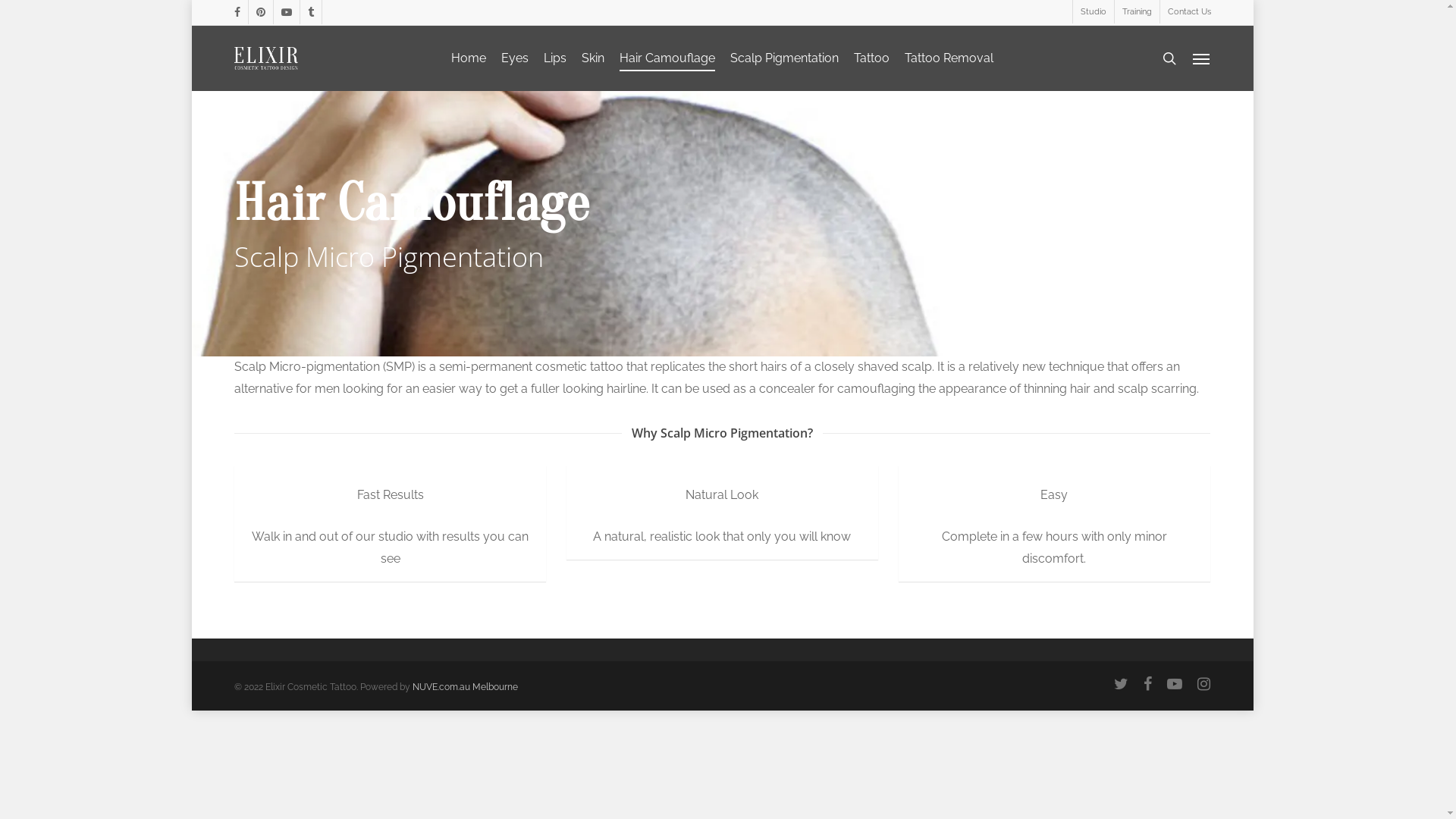 This screenshot has width=1456, height=819. What do you see at coordinates (784, 58) in the screenshot?
I see `'Scalp Pigmentation'` at bounding box center [784, 58].